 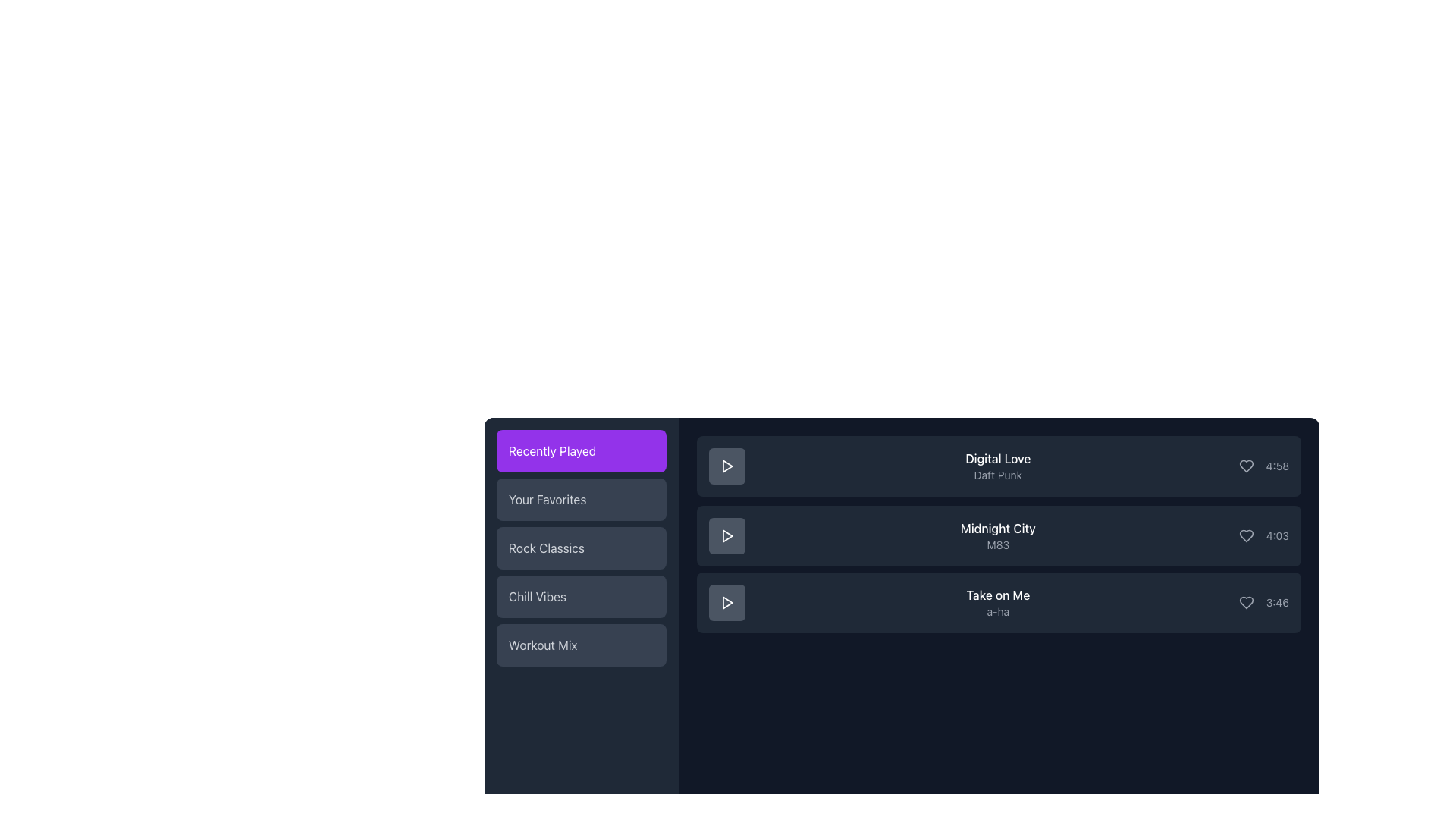 What do you see at coordinates (581, 595) in the screenshot?
I see `the 'Chill Vibes' button, which is the fourth item in a vertical list of buttons in the sidebar, located below 'Rock Classics' and above 'Workout Mix'` at bounding box center [581, 595].